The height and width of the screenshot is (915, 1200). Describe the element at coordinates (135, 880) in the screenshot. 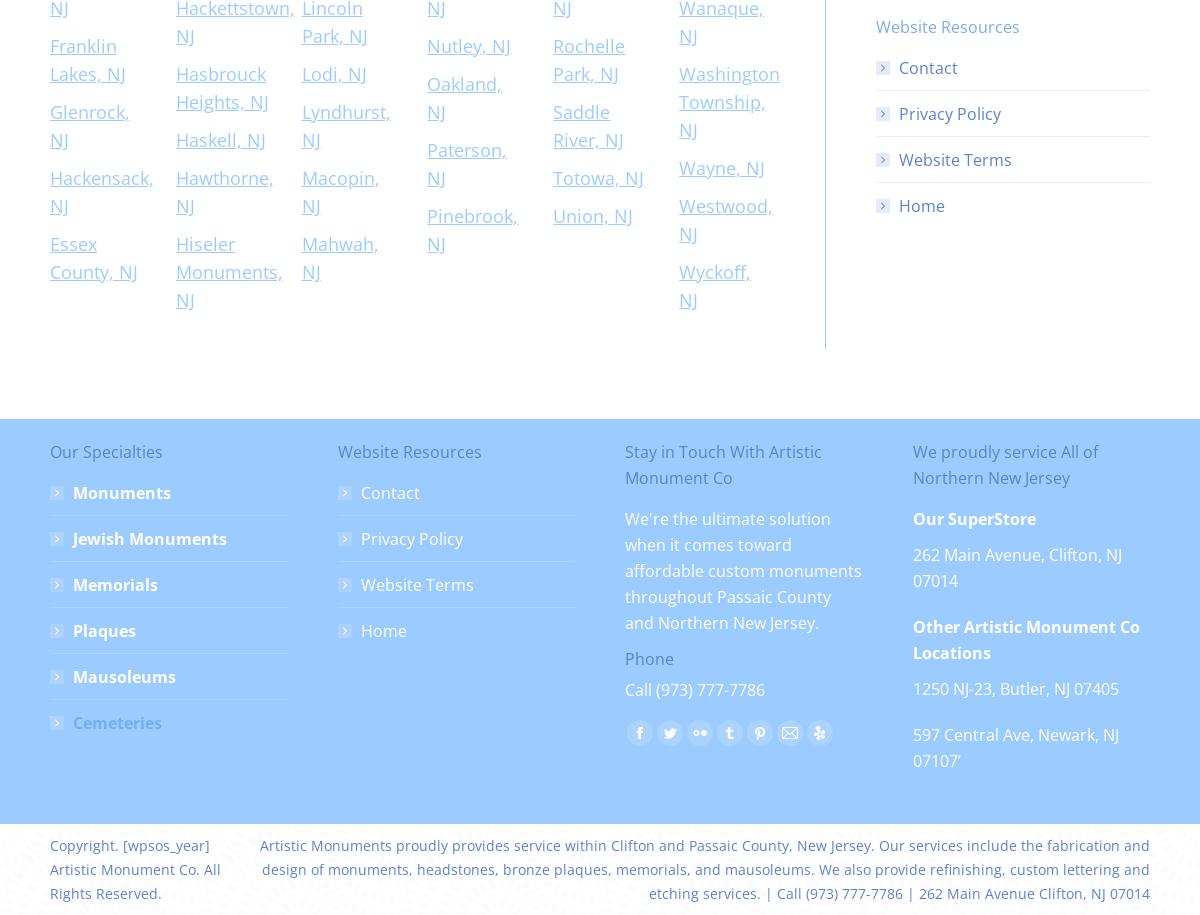

I see `'Artistic Monument Co. All Rights Reserved.'` at that location.